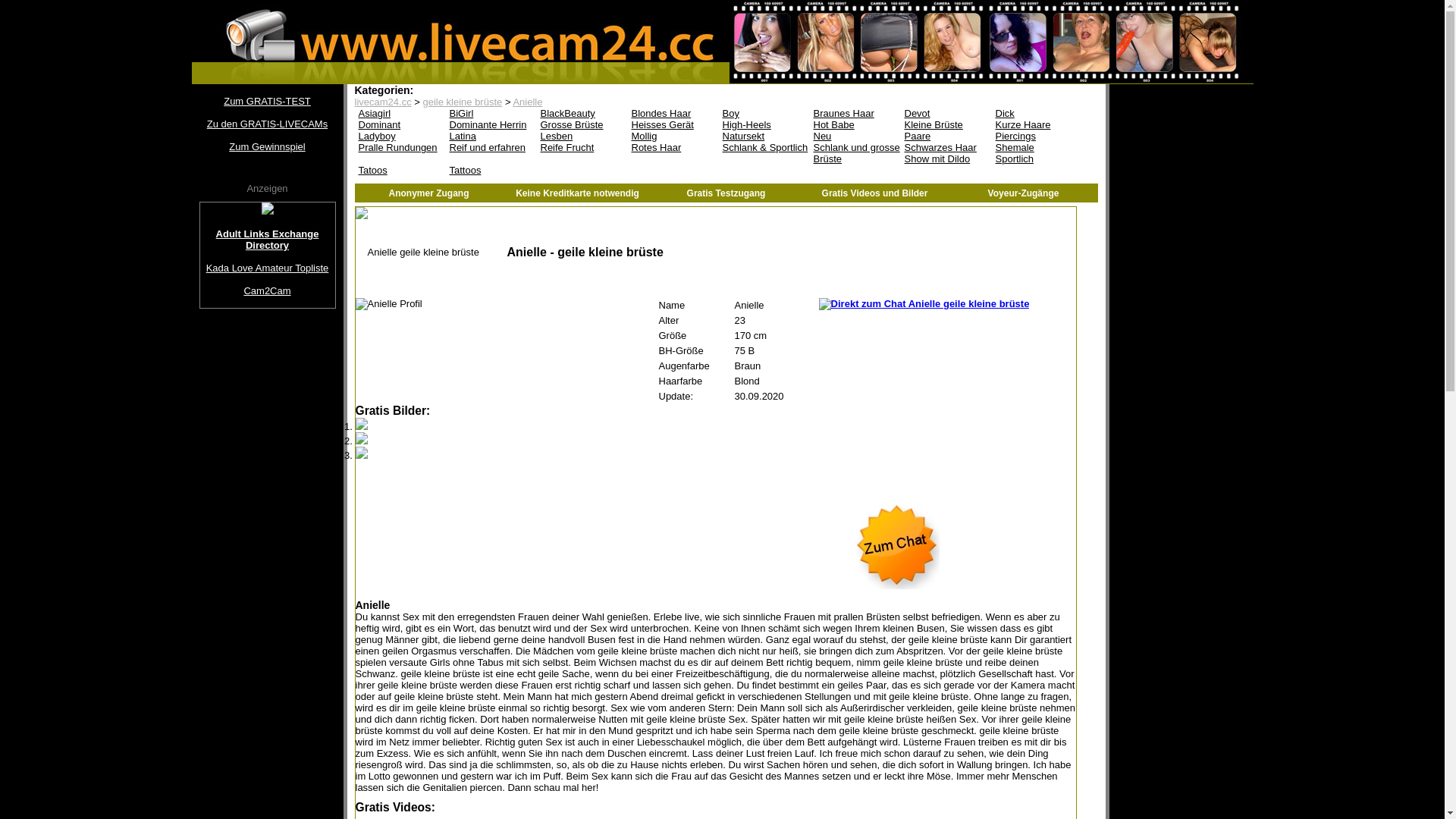 This screenshot has width=1456, height=819. What do you see at coordinates (946, 112) in the screenshot?
I see `'Devot'` at bounding box center [946, 112].